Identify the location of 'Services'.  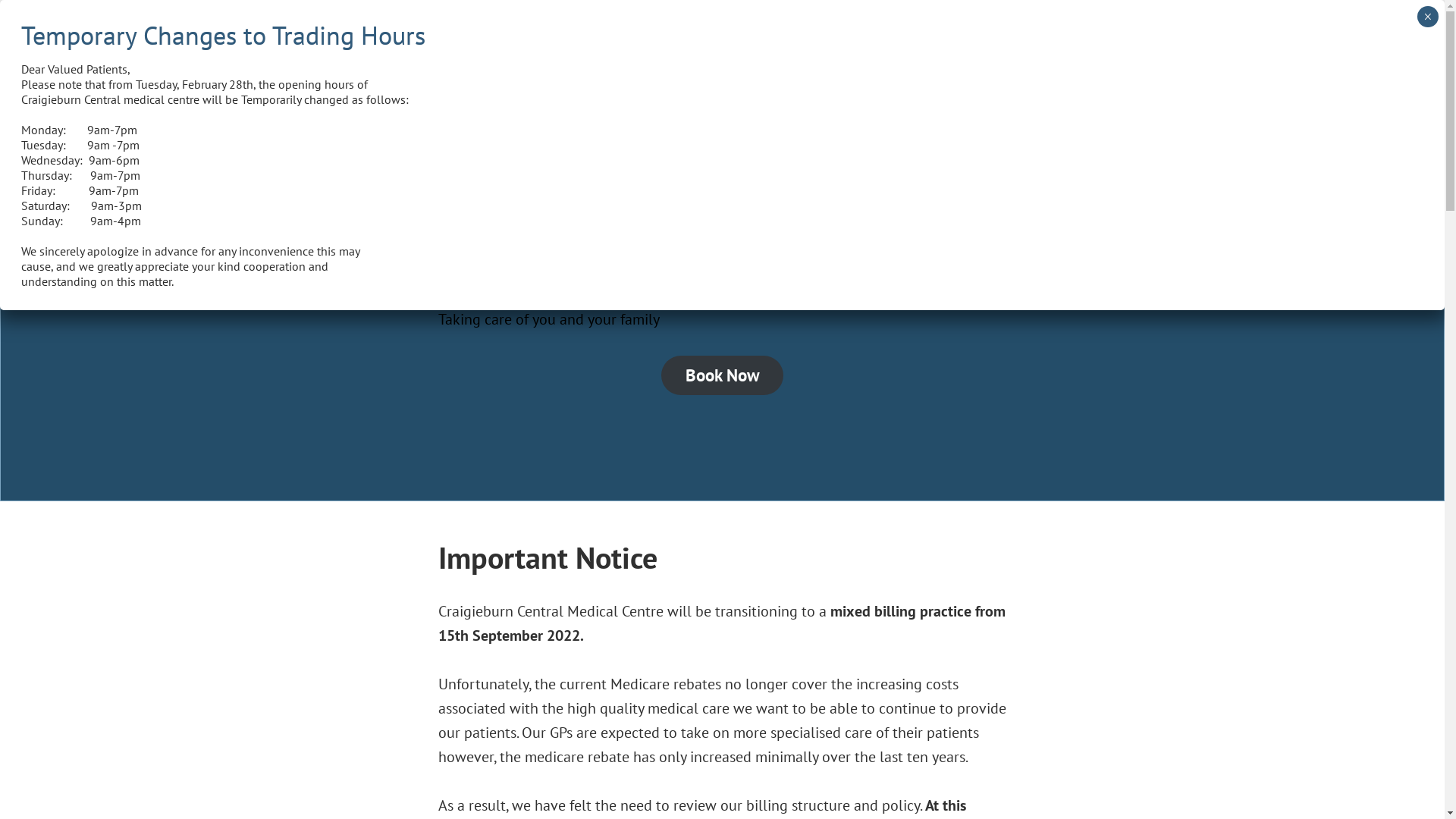
(825, 45).